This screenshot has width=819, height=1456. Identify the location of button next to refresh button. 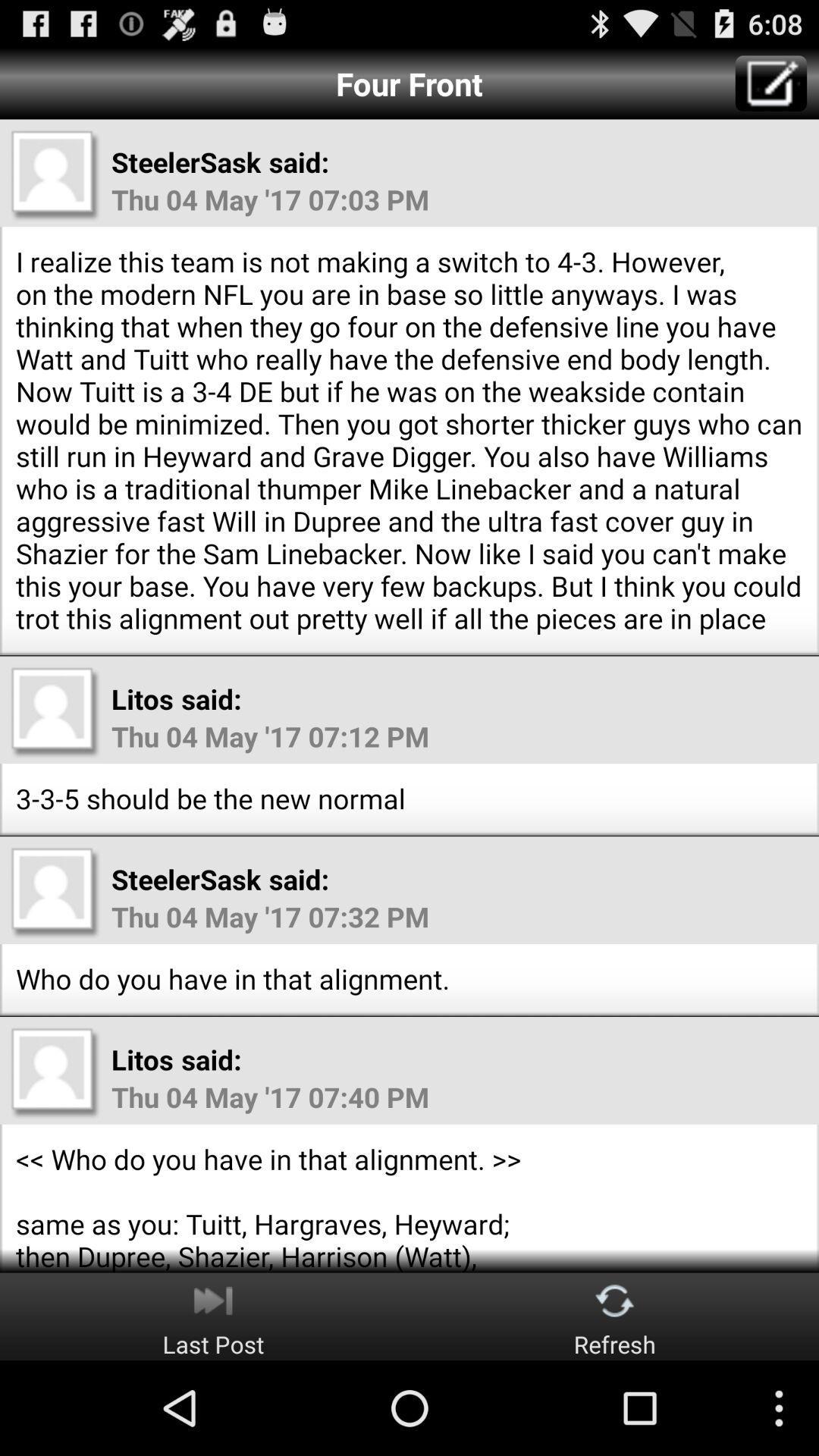
(213, 1316).